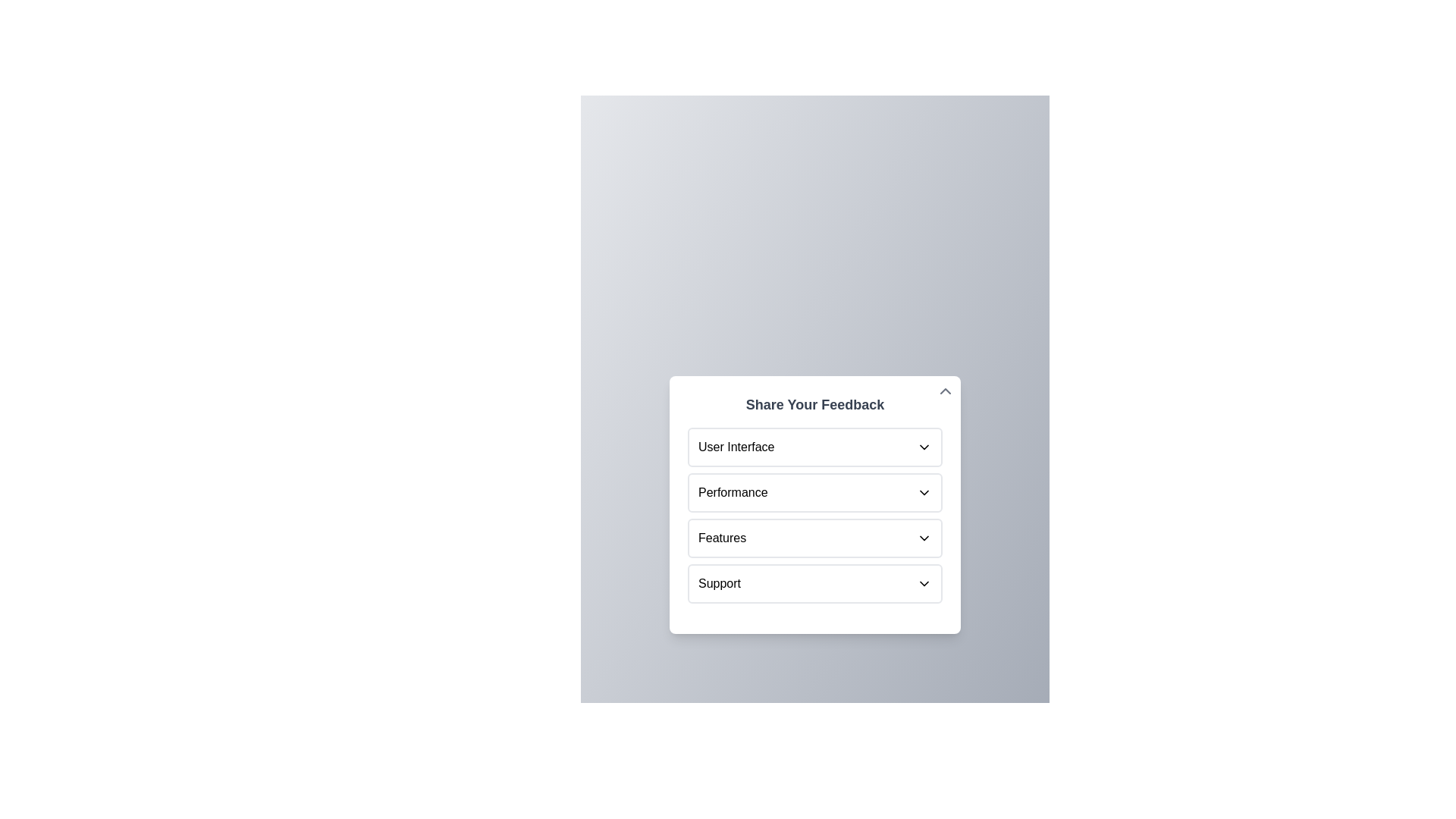 The image size is (1456, 819). I want to click on to select the 'Performance' option in the dropdown menu located beneath the 'Share Your Feedback' header, so click(733, 493).